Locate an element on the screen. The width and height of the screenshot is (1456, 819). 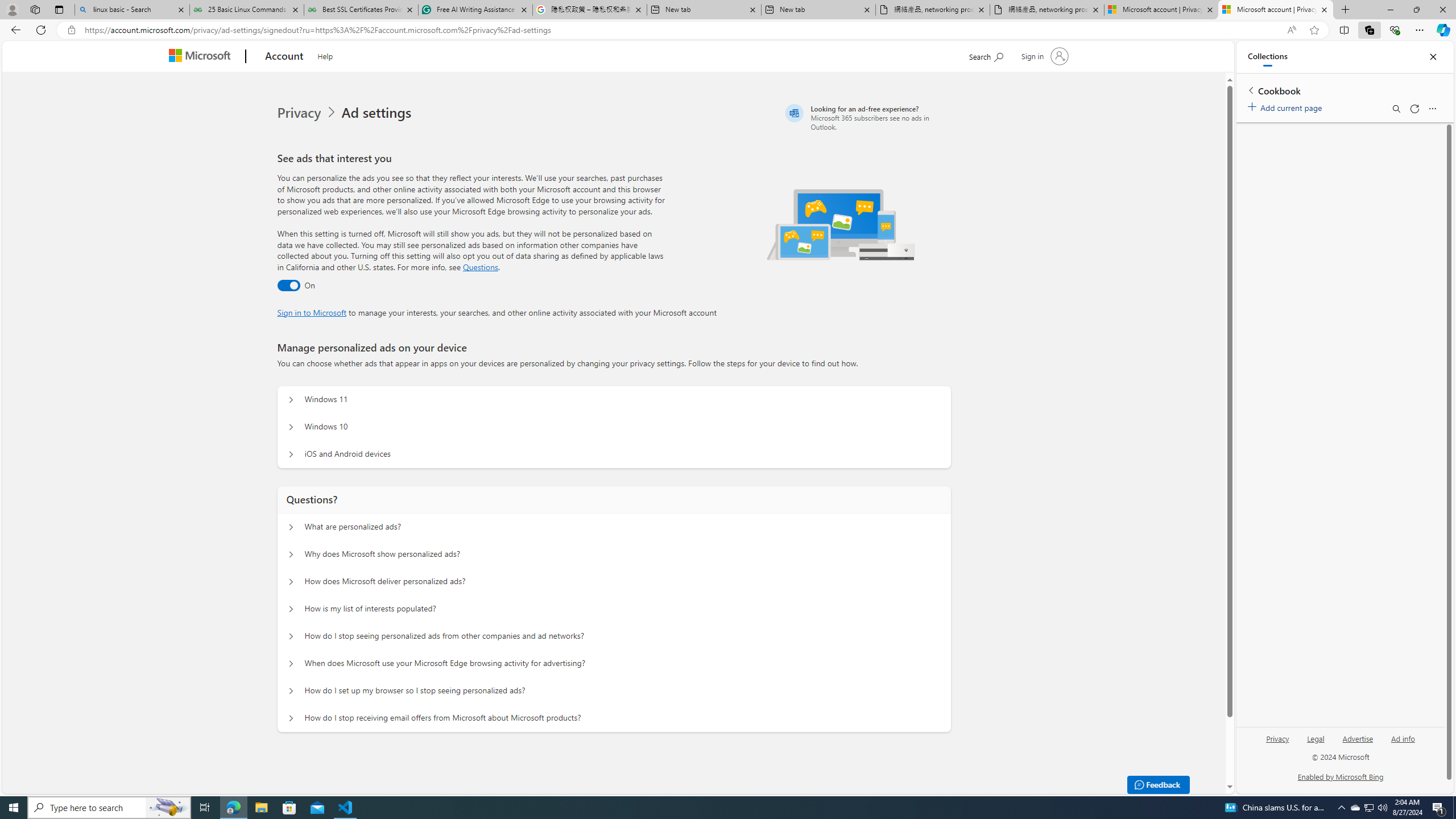
'Sign in to your account' is located at coordinates (1043, 55).